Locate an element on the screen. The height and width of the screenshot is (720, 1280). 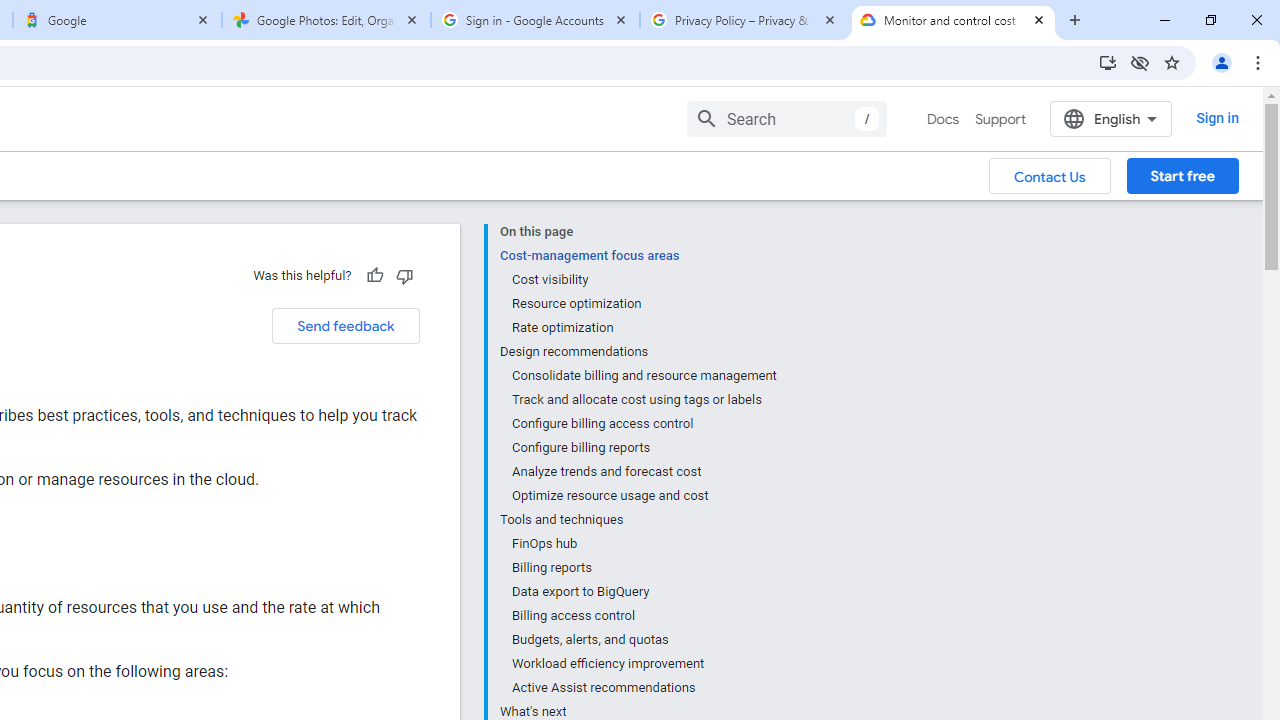
'Consolidate billing and resource management' is located at coordinates (643, 376).